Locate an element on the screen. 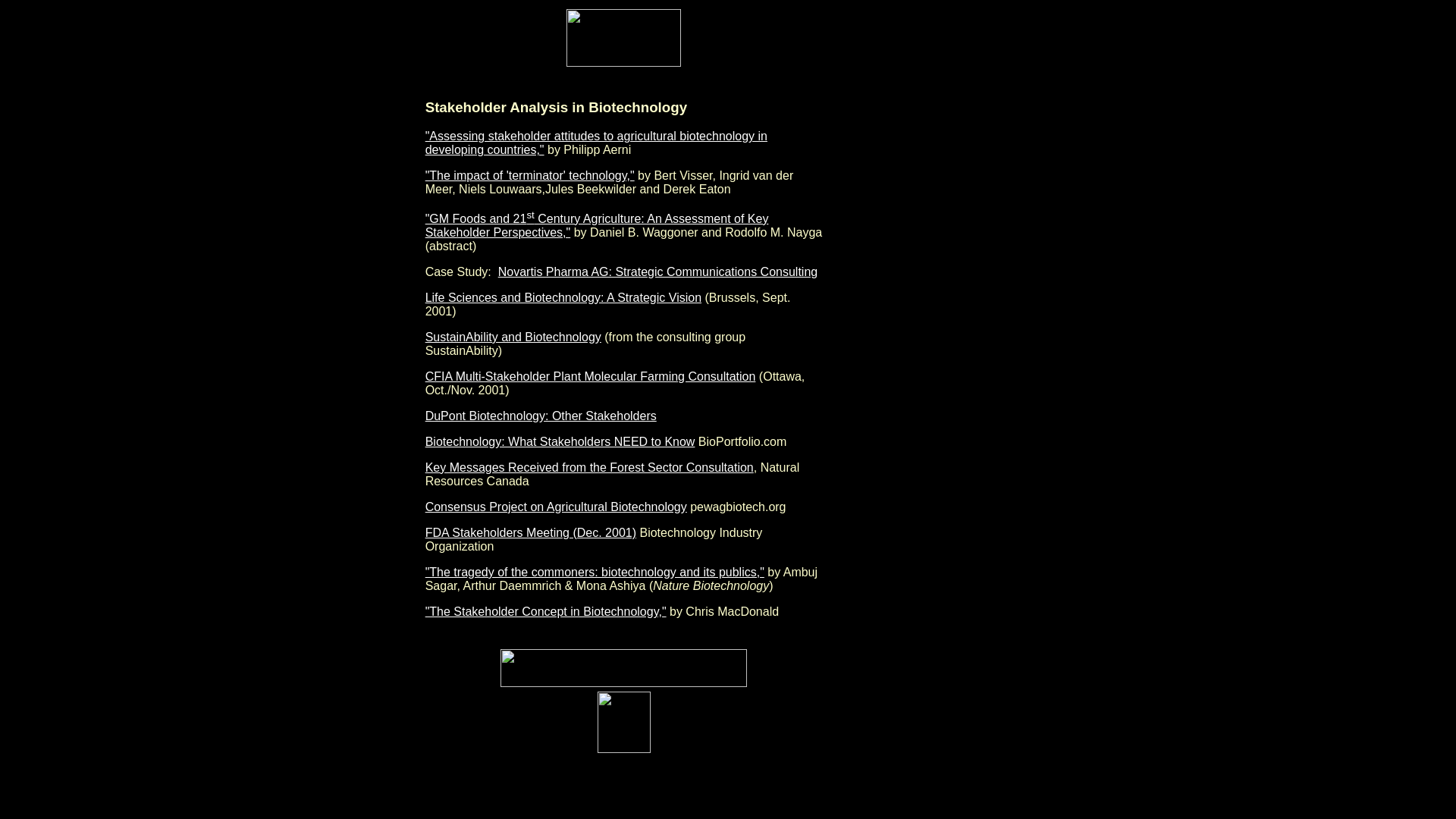 Image resolution: width=1456 pixels, height=819 pixels. 'Biotechnology: What Stakeholders NEED to Know' is located at coordinates (560, 441).